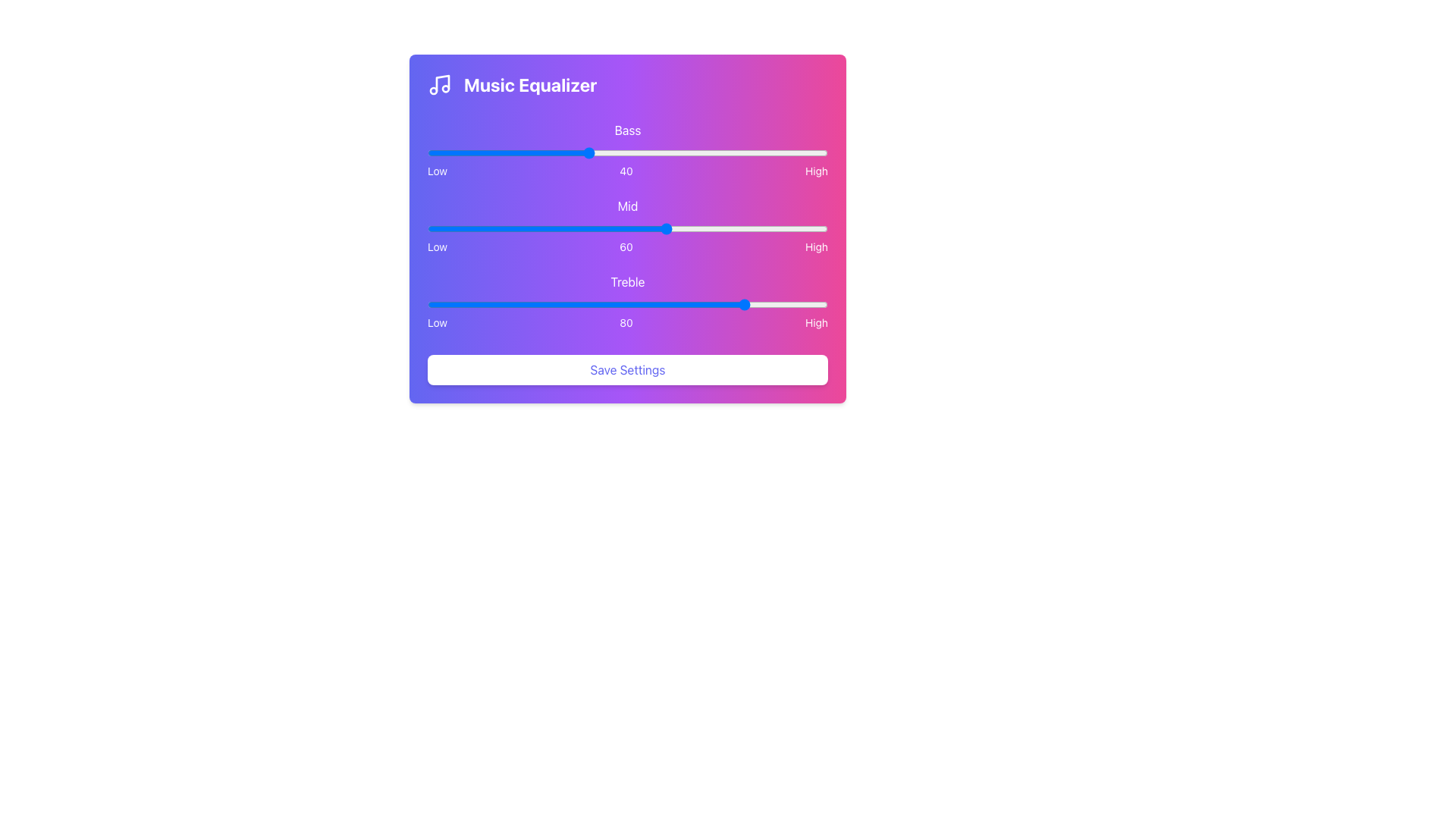  I want to click on mid-range frequency, so click(795, 228).